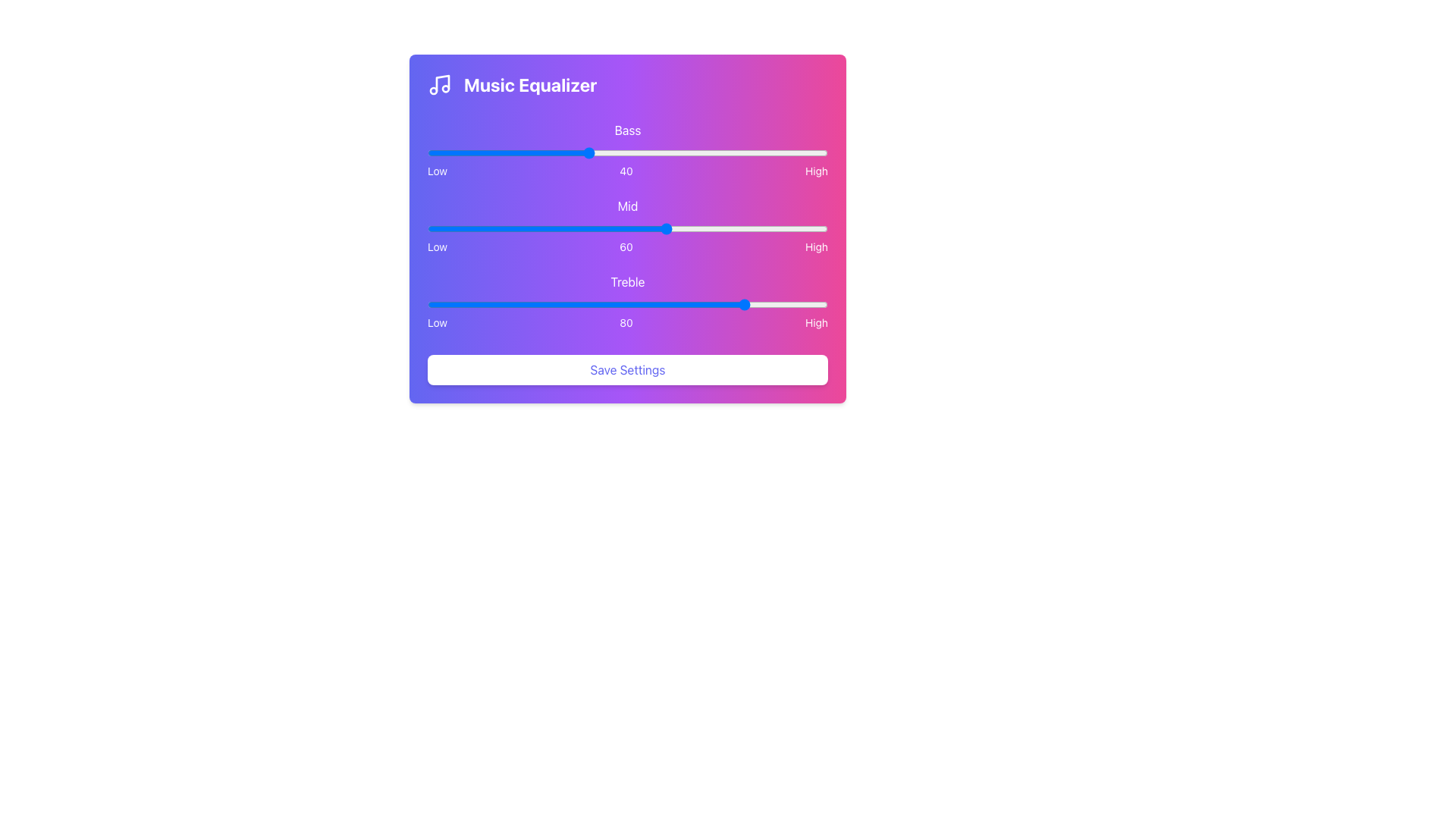  I want to click on mid-range frequency, so click(795, 228).